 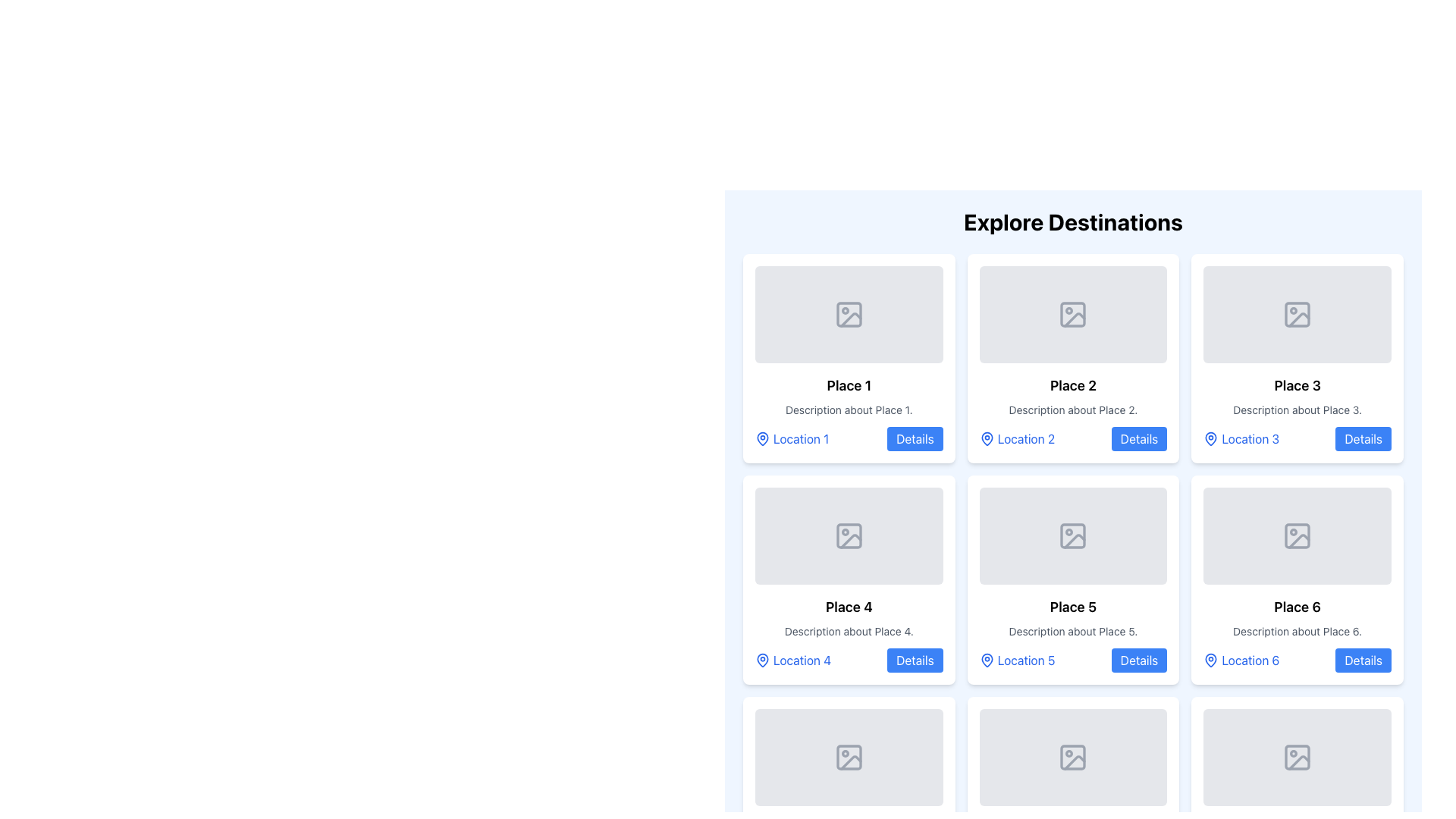 I want to click on the text label that identifies 'Place 2', located in the second card of the grid layout, above the description and below the placeholder image, so click(x=1072, y=385).